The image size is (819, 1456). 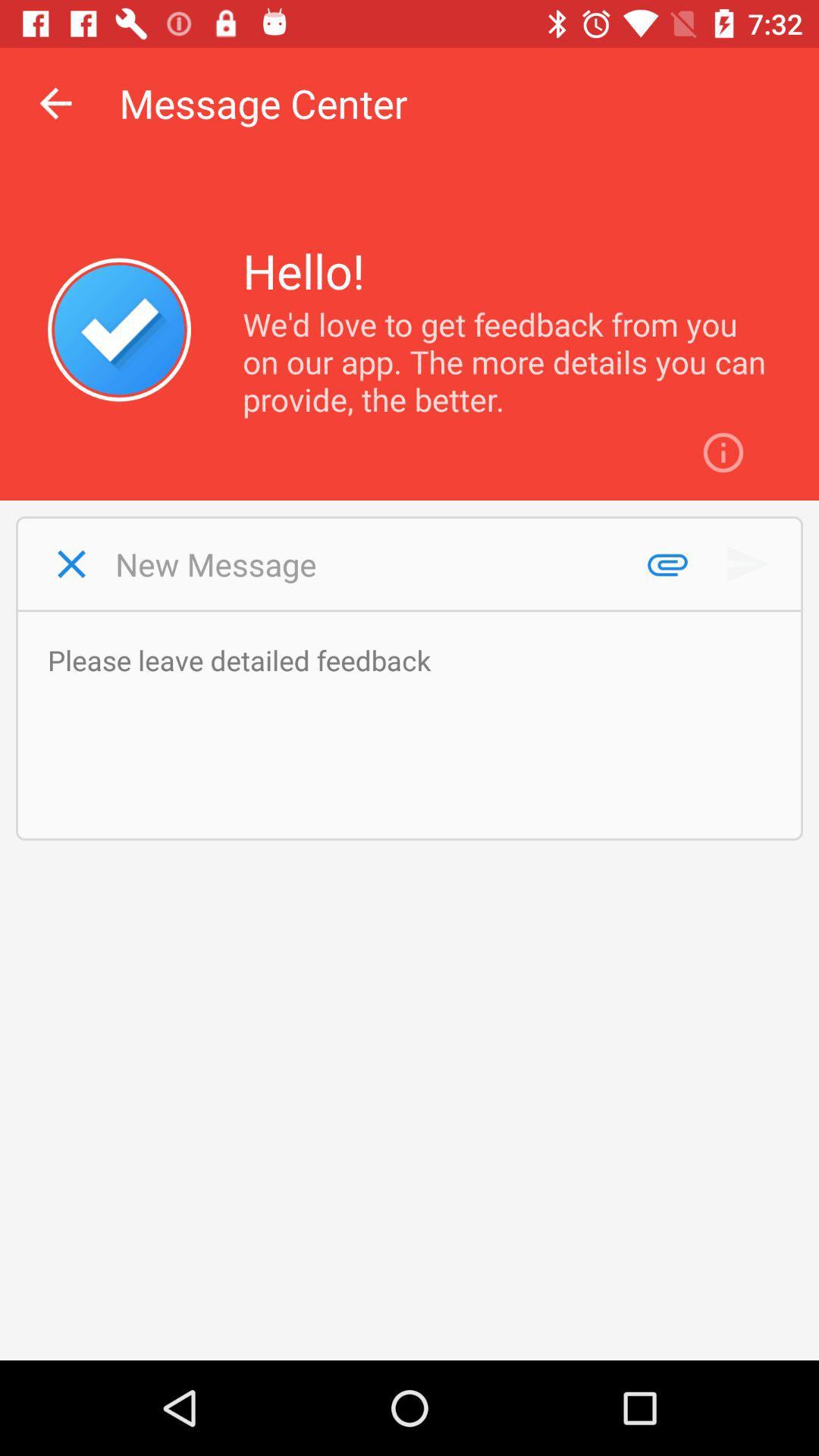 I want to click on leave feedback, so click(x=417, y=724).